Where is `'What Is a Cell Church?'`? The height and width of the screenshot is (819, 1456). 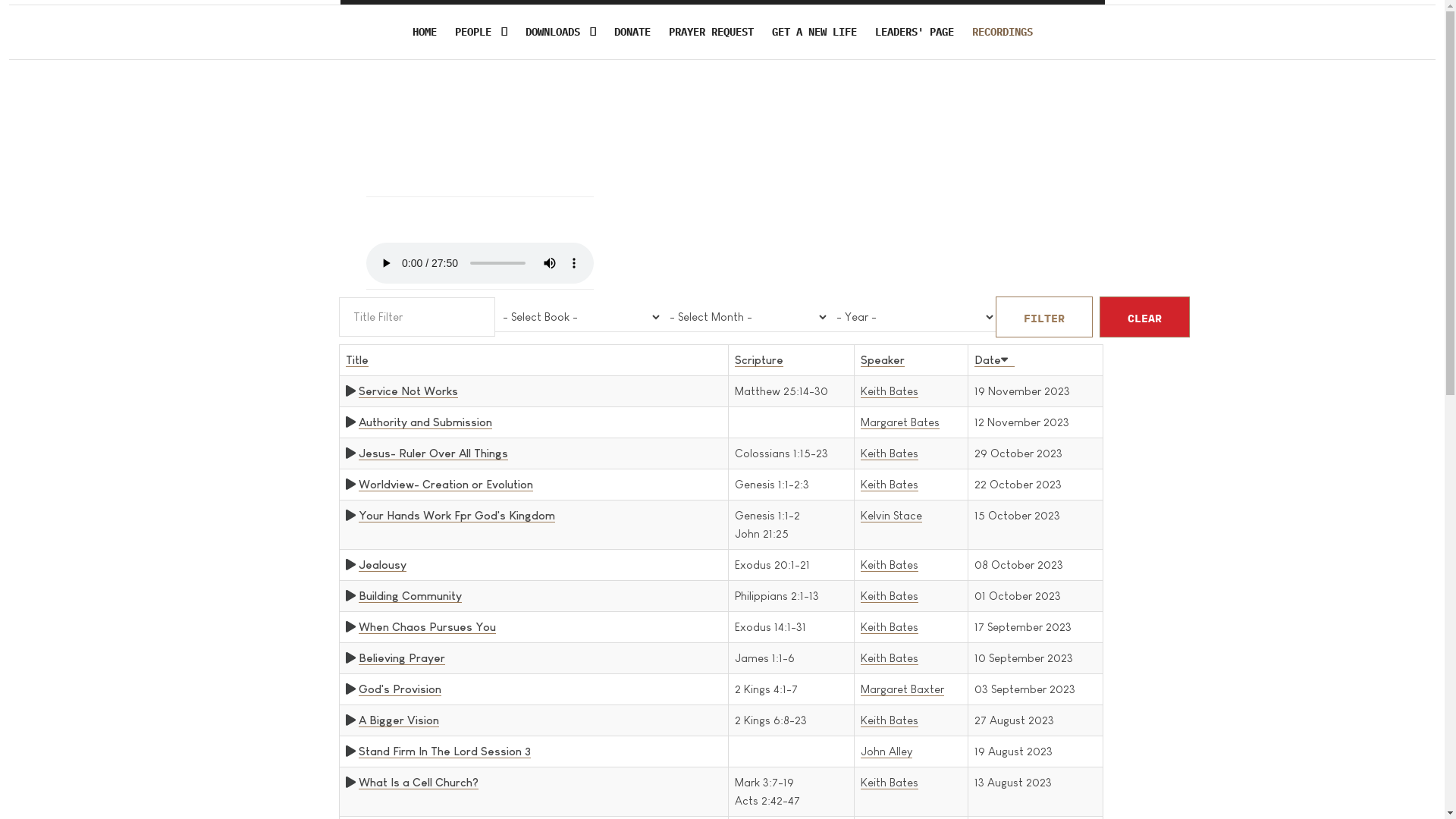
'What Is a Cell Church?' is located at coordinates (418, 783).